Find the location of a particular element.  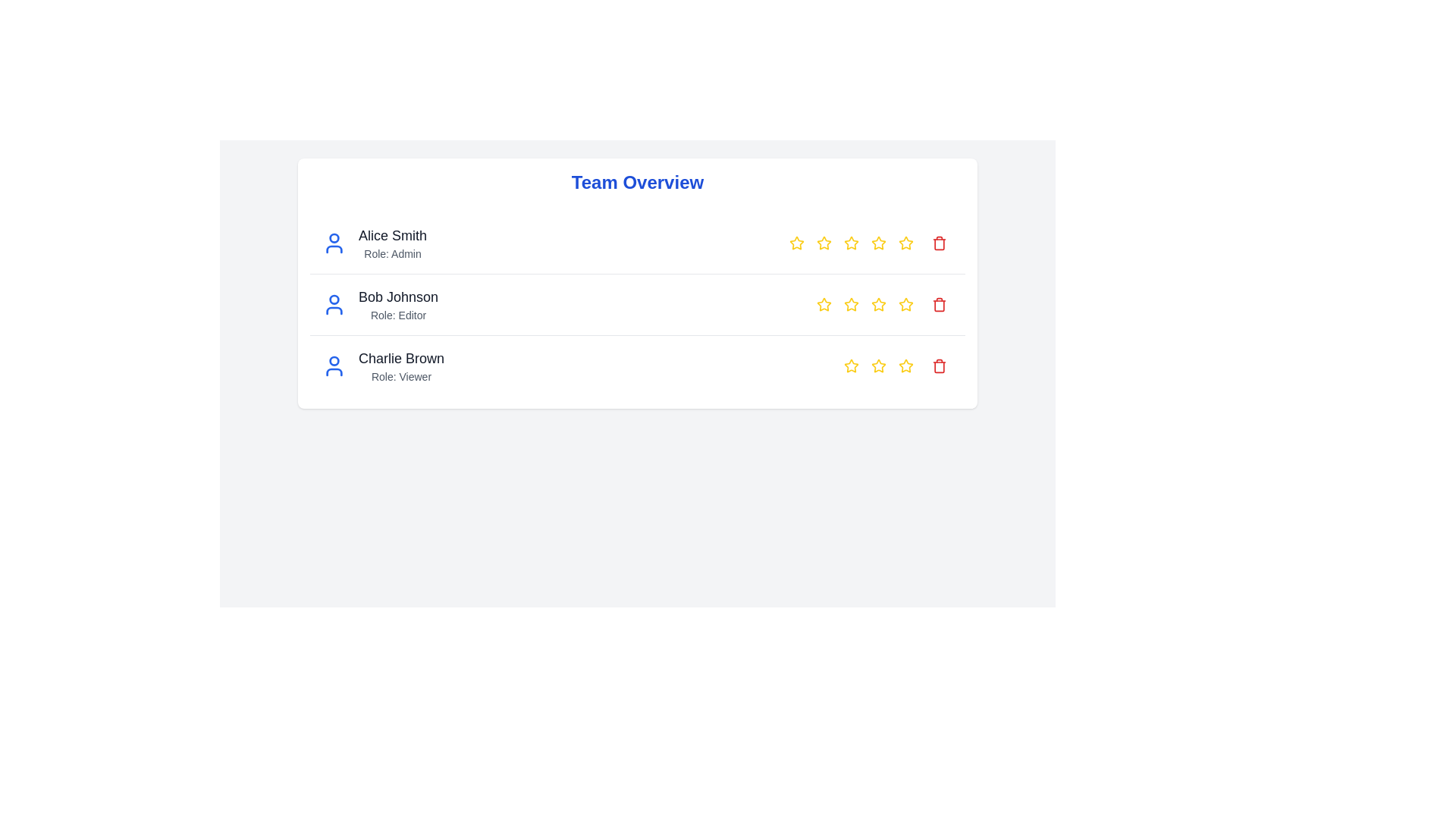

the 5th star icon in the rating system for Charlie Brown's profile to assign a maximum rating of five stars is located at coordinates (906, 366).